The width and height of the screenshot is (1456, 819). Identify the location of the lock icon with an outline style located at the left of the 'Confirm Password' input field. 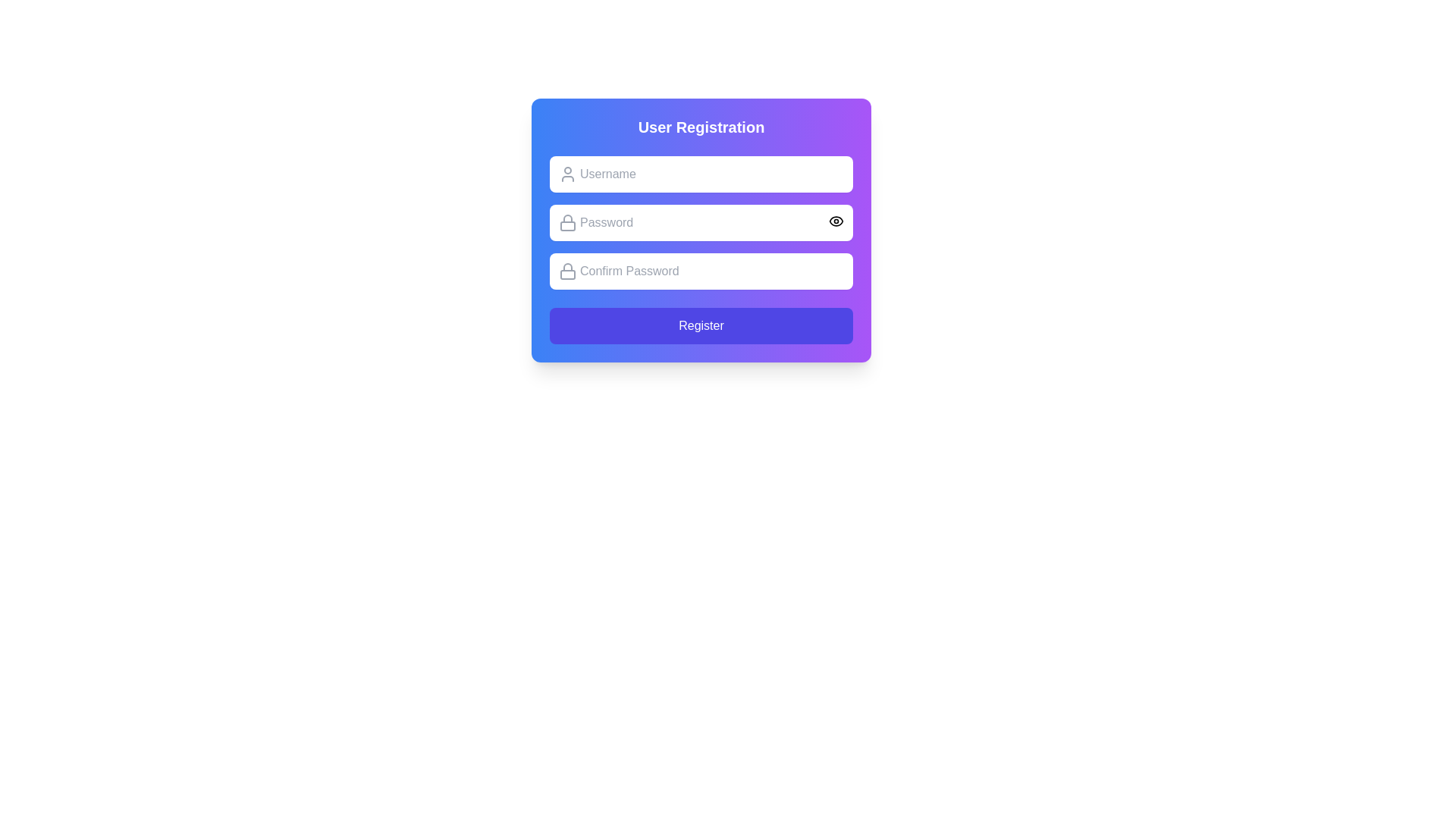
(566, 271).